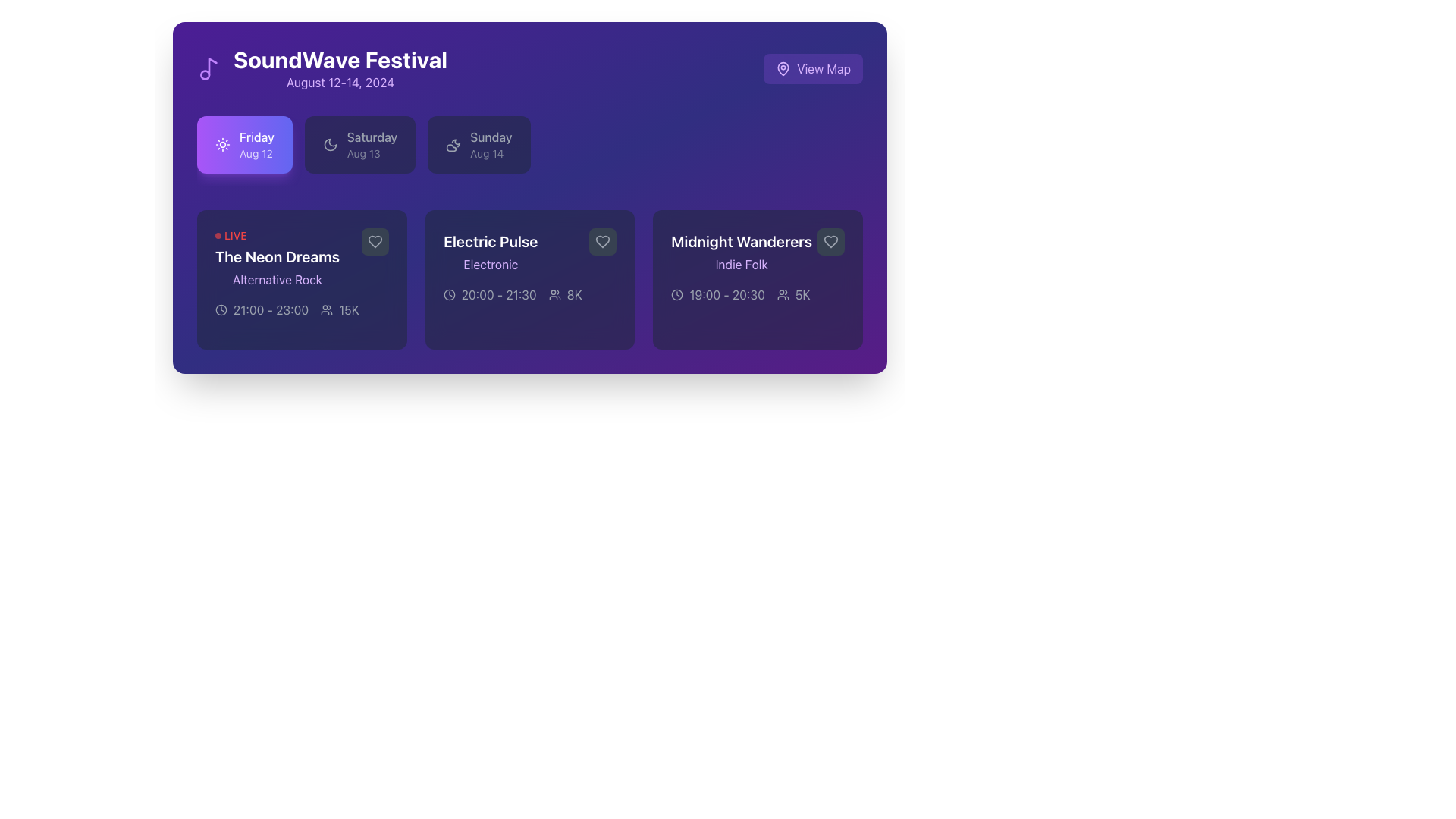 The width and height of the screenshot is (1456, 819). I want to click on the text label indicating the genre or type of the event described in the middle card of the horizontal layout, positioned below the header text 'Electric Pulse', so click(490, 263).